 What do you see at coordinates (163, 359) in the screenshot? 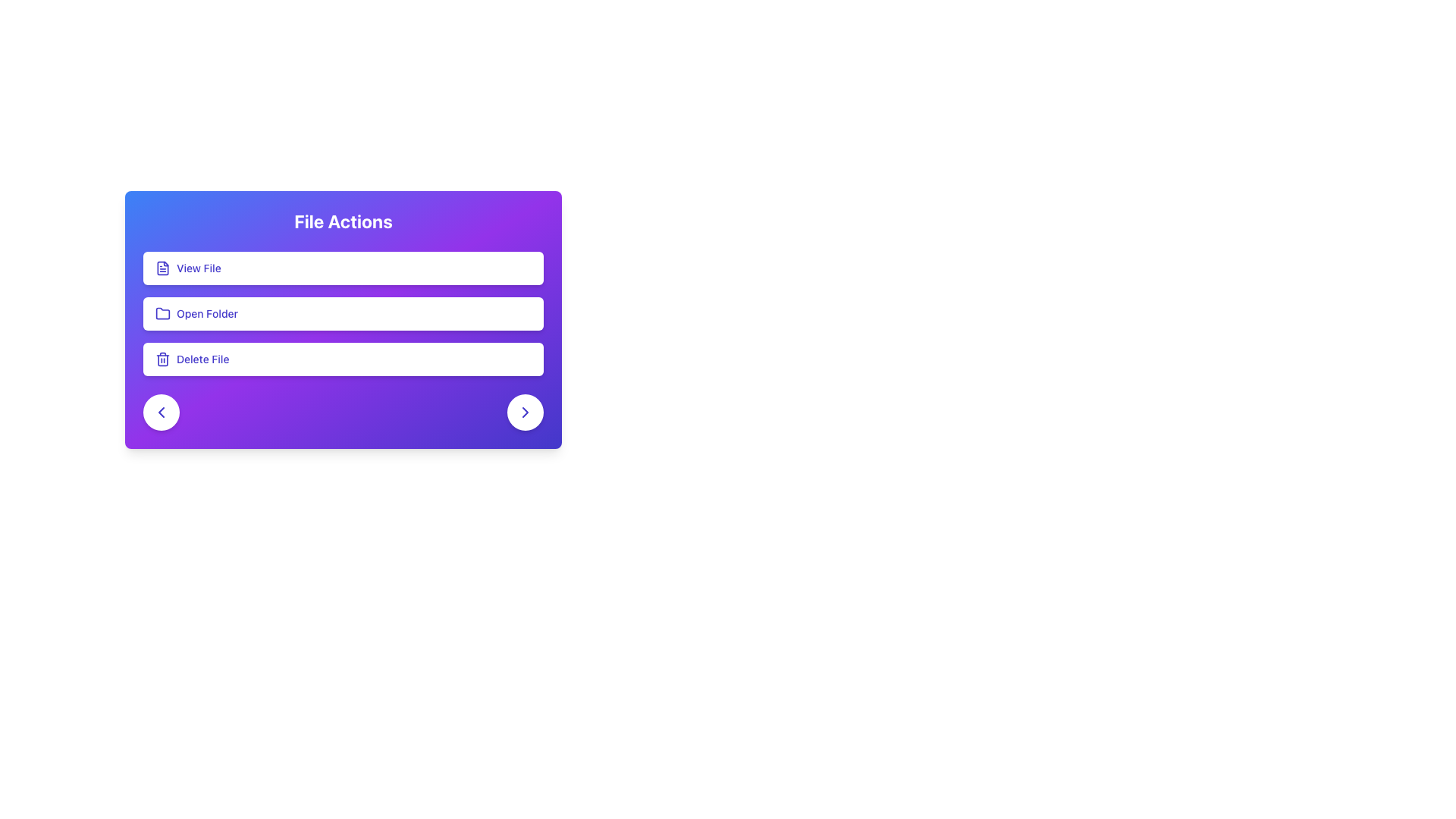
I see `the purple trash can icon next to the 'Delete File' label` at bounding box center [163, 359].